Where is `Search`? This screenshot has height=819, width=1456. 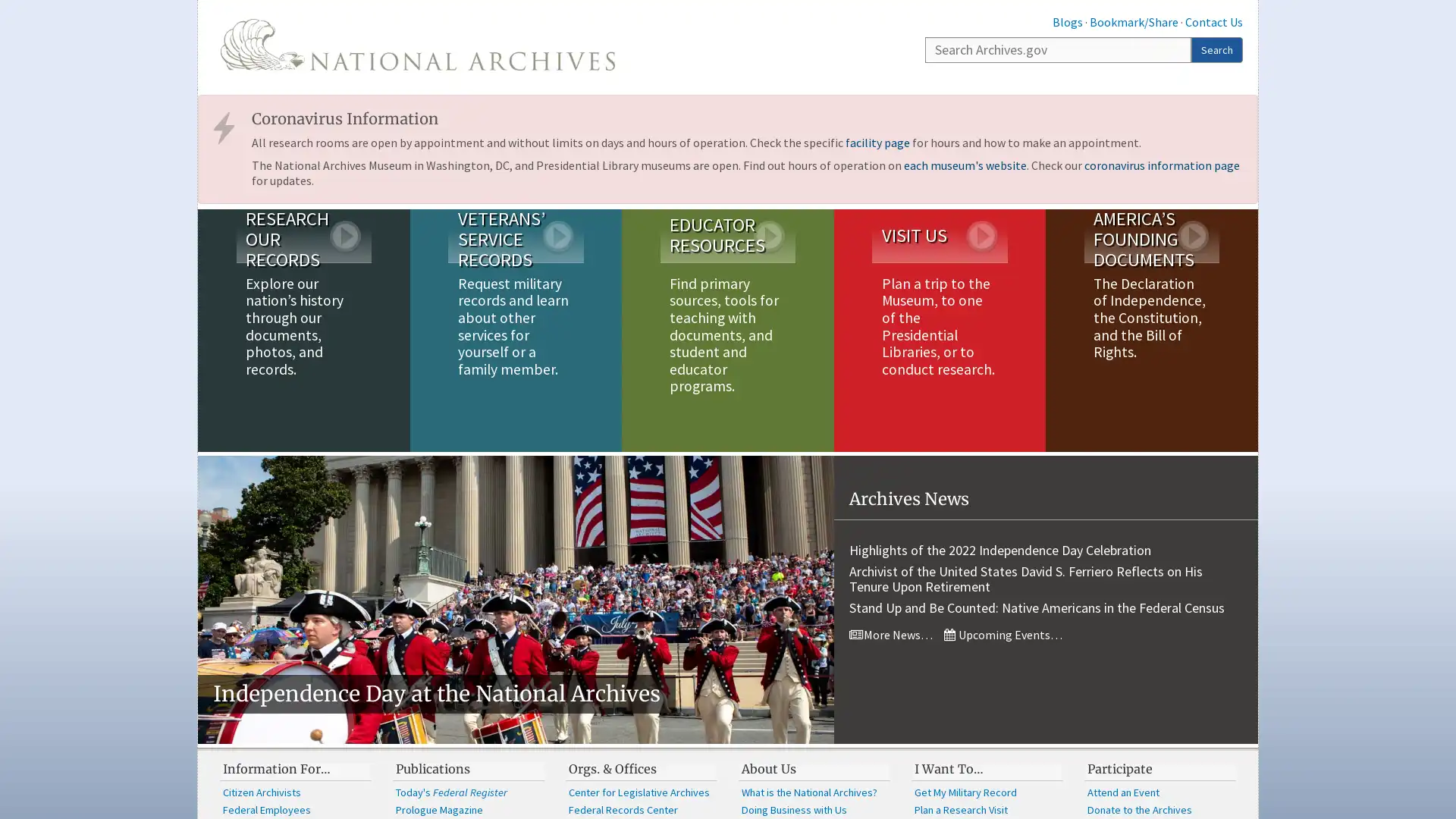
Search is located at coordinates (1216, 49).